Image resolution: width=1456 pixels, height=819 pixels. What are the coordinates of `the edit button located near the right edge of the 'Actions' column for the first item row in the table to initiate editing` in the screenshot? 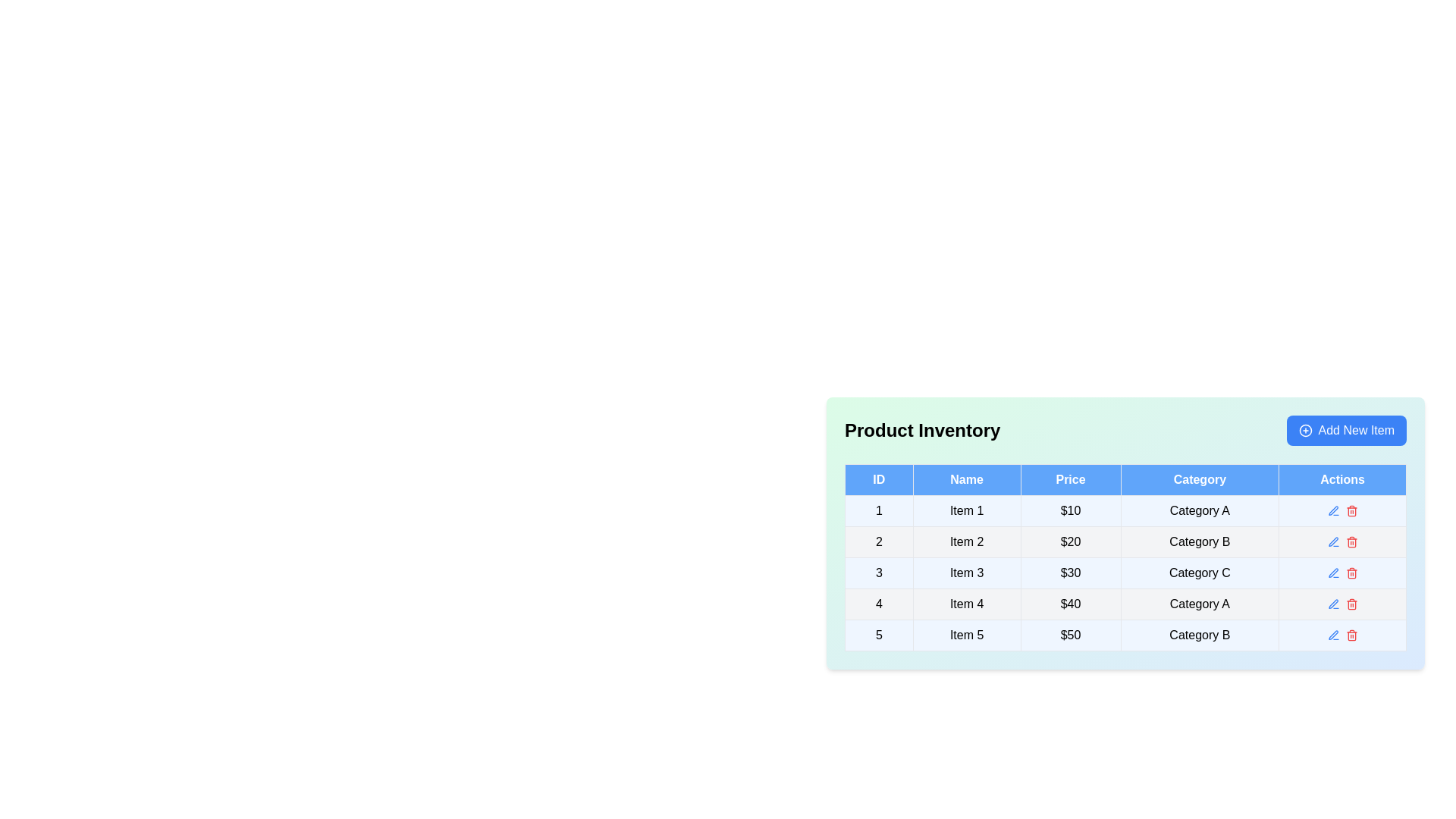 It's located at (1332, 511).